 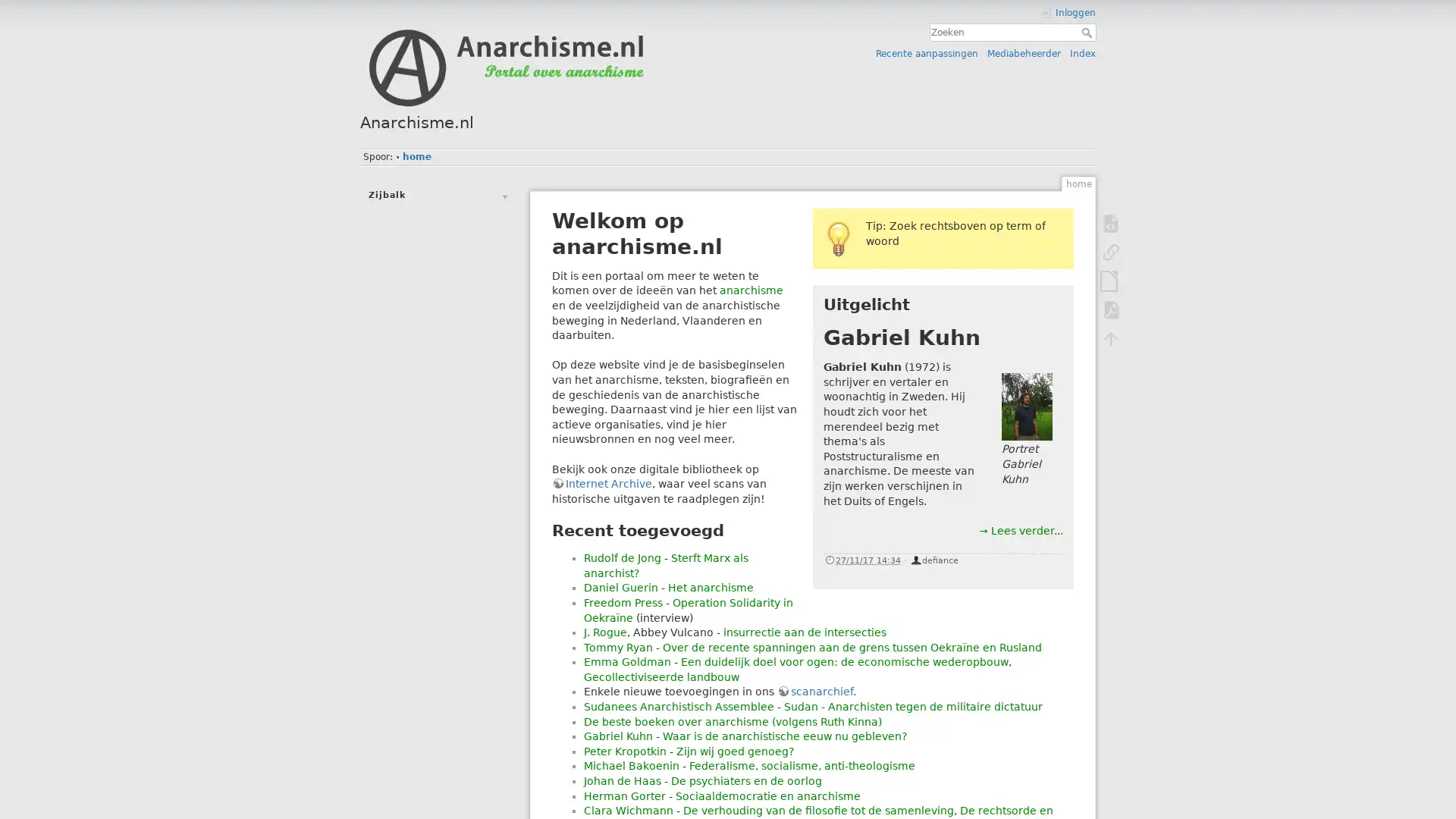 What do you see at coordinates (1087, 32) in the screenshot?
I see `Zoeken` at bounding box center [1087, 32].